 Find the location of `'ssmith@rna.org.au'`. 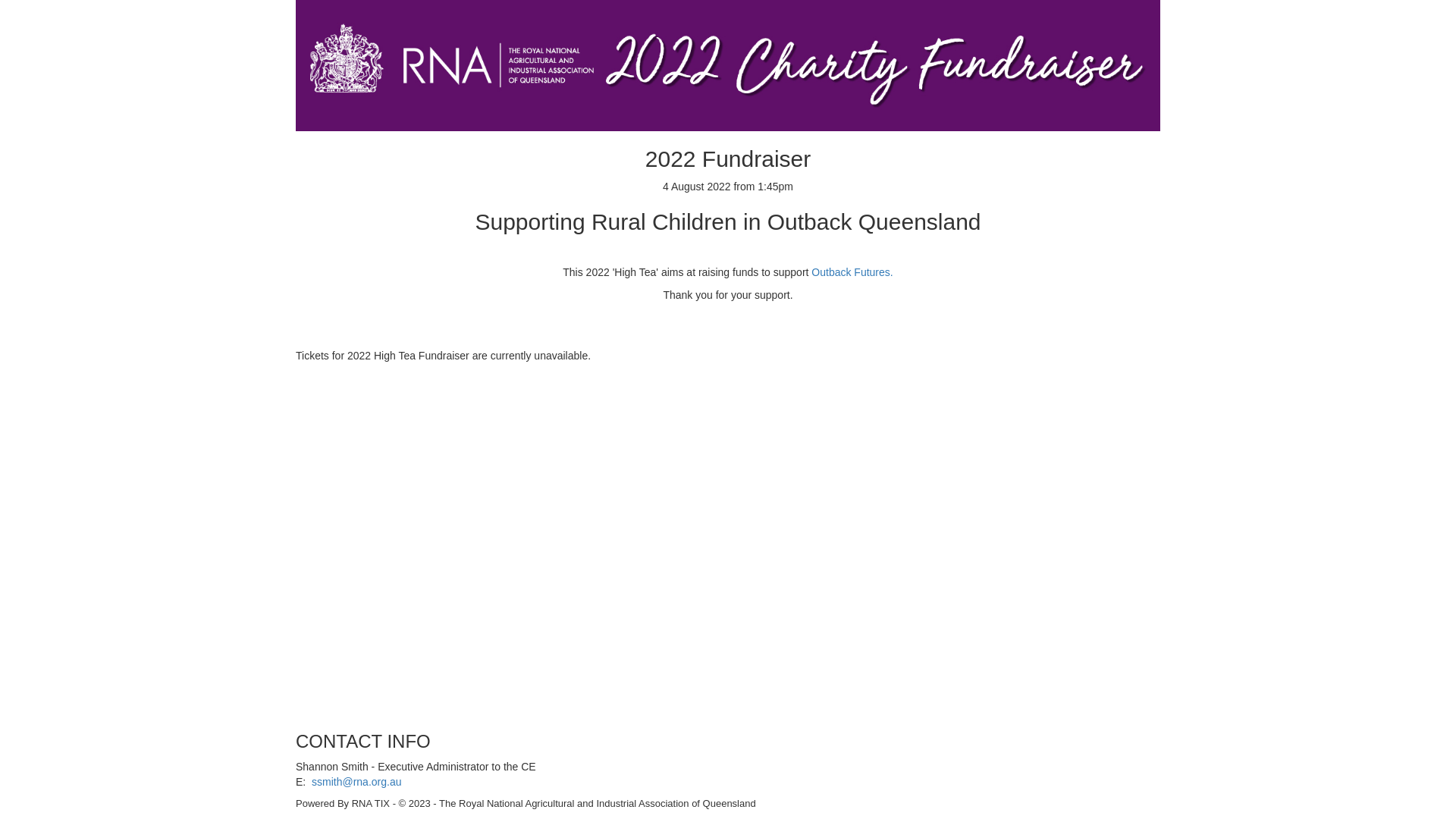

'ssmith@rna.org.au' is located at coordinates (356, 781).